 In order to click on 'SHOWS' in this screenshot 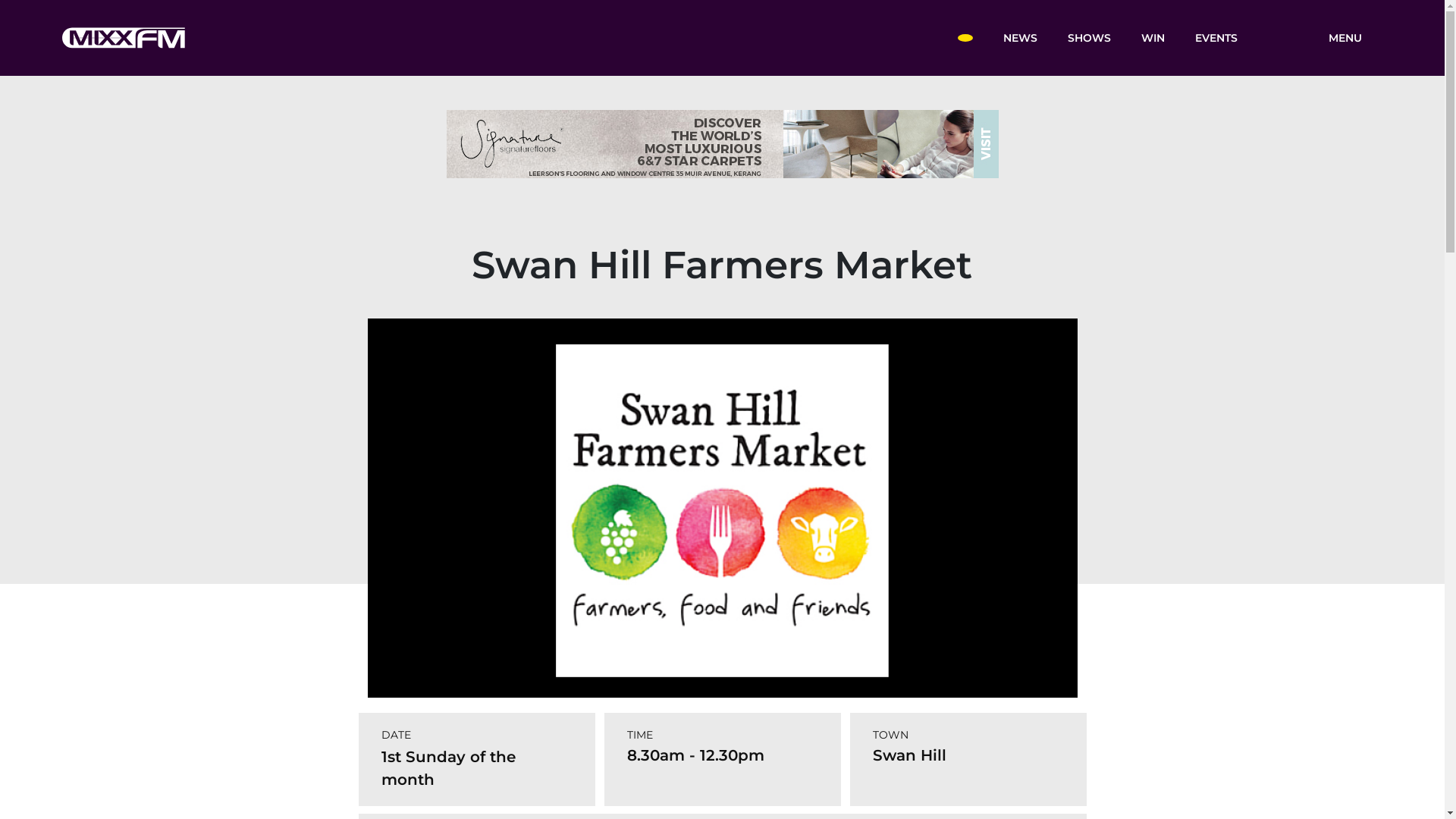, I will do `click(1088, 36)`.